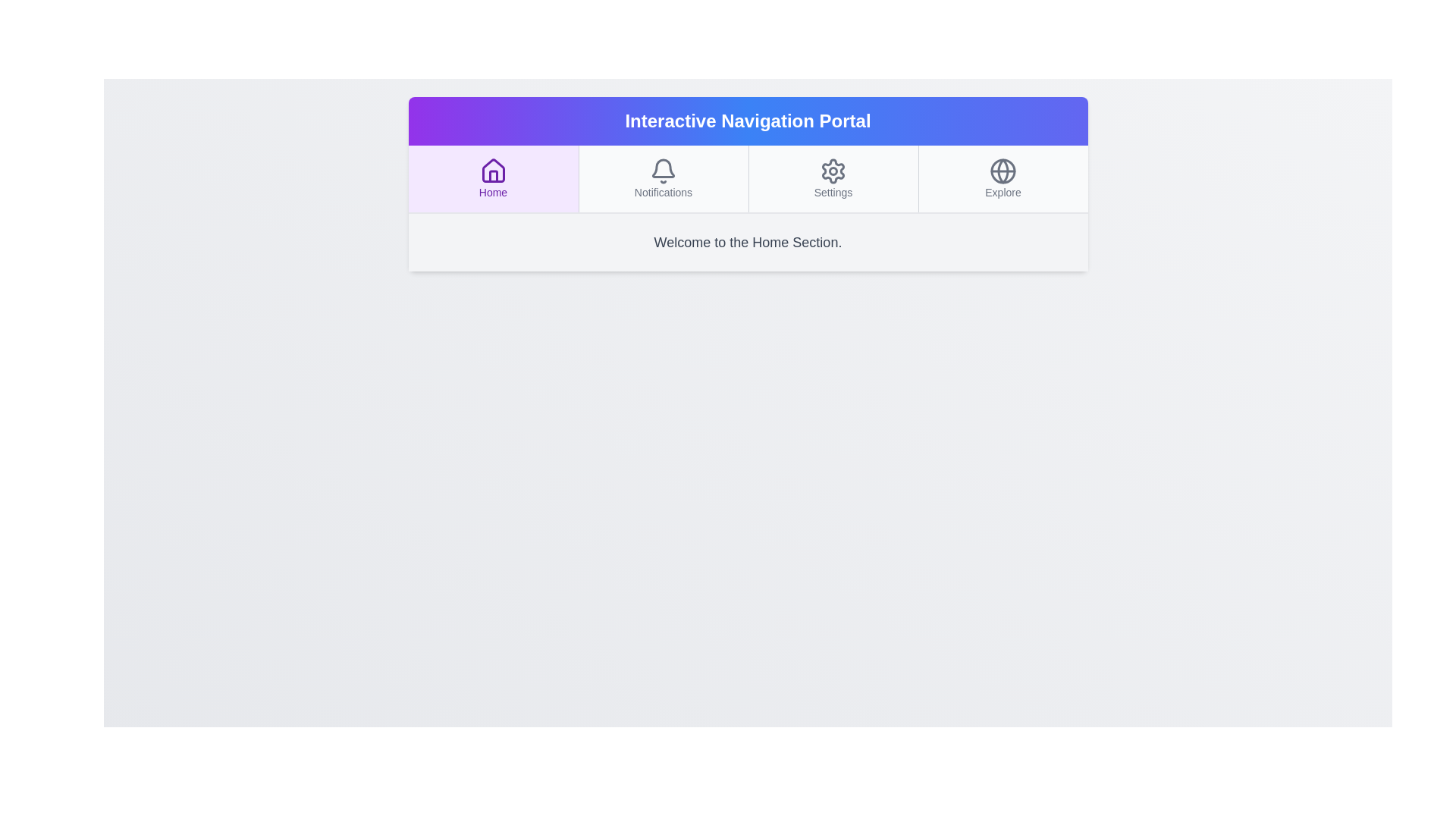 This screenshot has width=1456, height=819. Describe the element at coordinates (1003, 171) in the screenshot. I see `the central circular portion of the globe icon in the navigation bar, which represents the 'Explore' section` at that location.